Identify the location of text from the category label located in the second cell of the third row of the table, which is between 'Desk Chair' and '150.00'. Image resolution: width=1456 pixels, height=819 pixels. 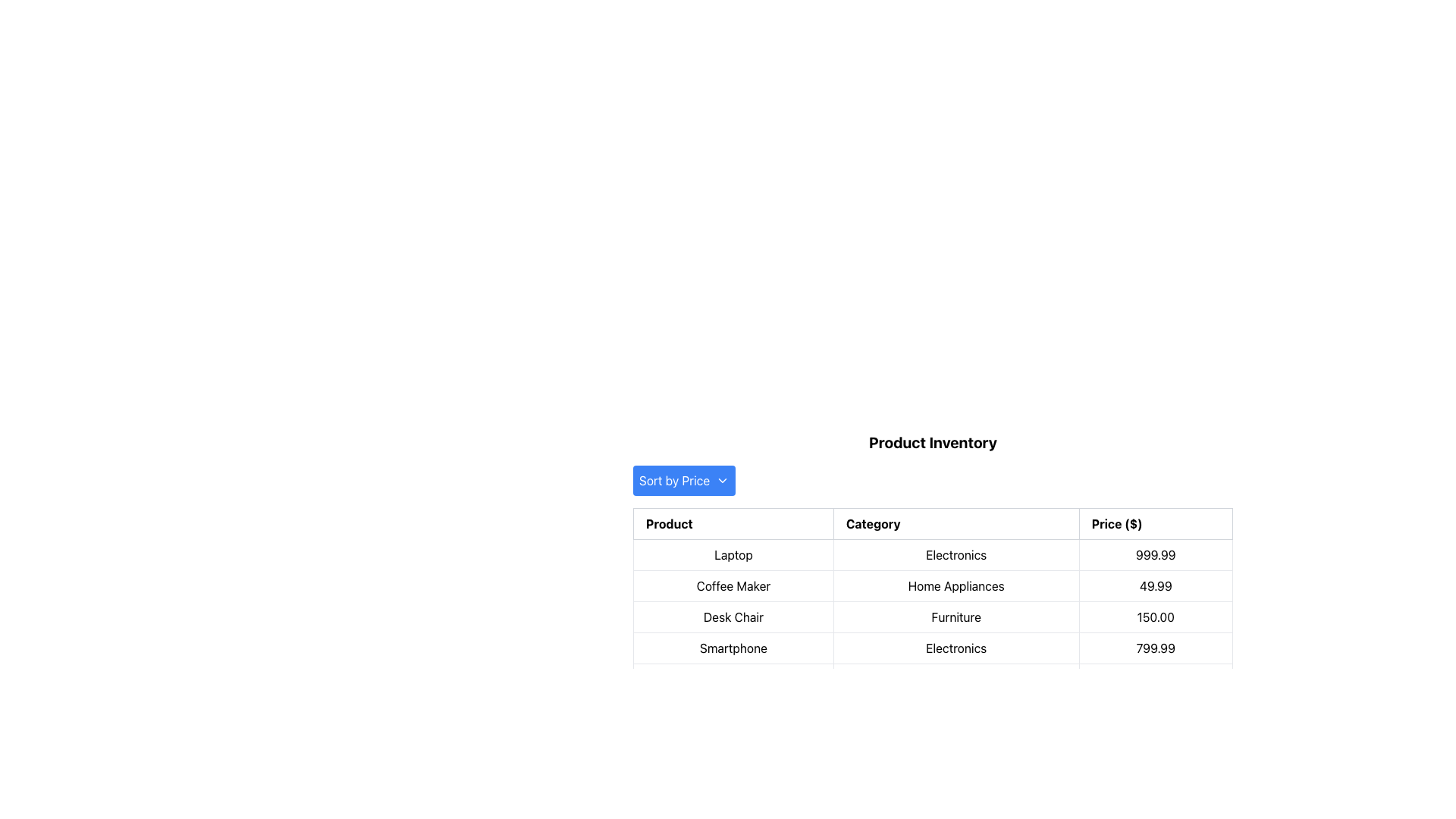
(955, 617).